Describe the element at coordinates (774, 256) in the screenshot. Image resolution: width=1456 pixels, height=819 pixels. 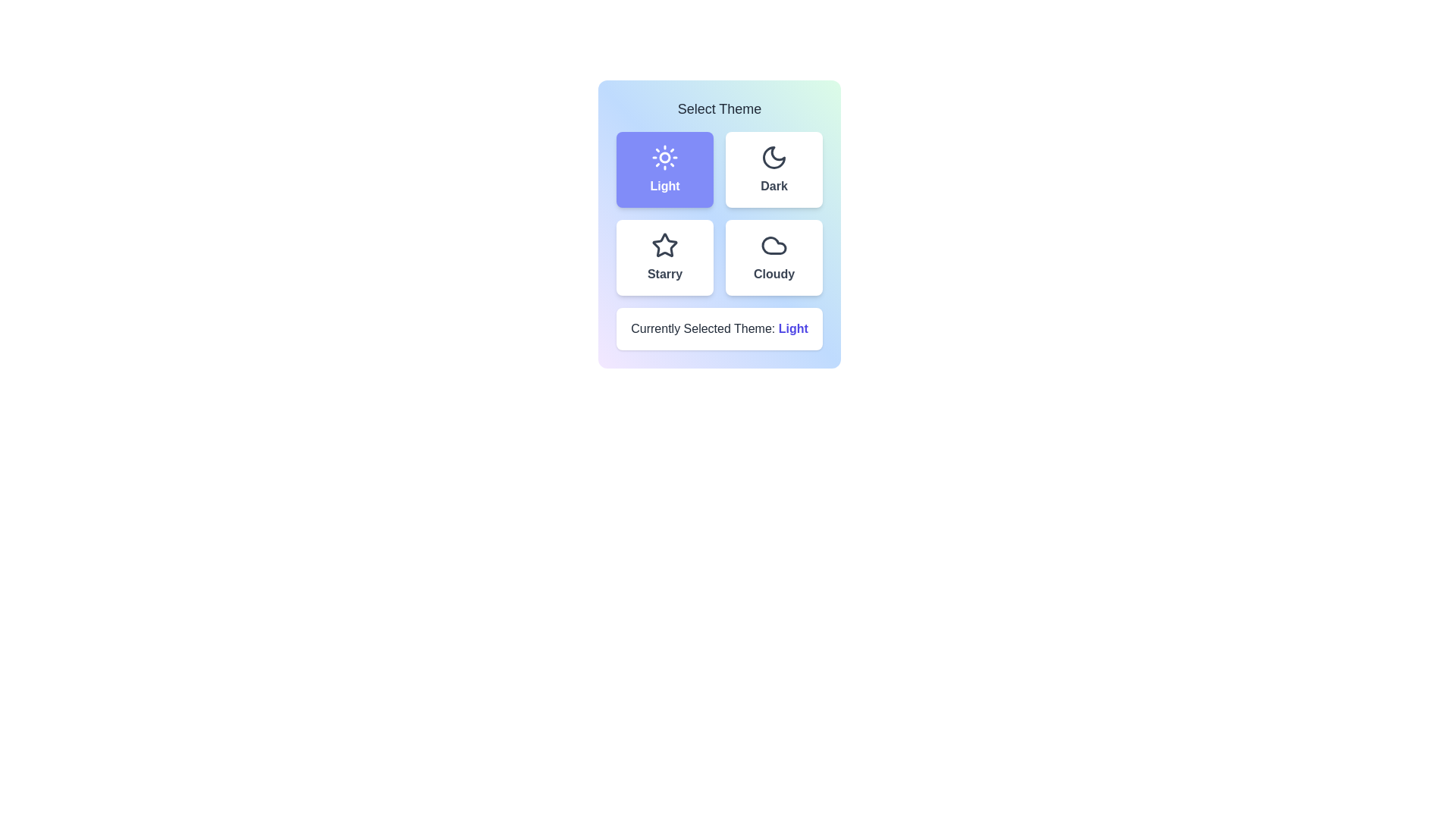
I see `the theme button corresponding to Cloudy` at that location.